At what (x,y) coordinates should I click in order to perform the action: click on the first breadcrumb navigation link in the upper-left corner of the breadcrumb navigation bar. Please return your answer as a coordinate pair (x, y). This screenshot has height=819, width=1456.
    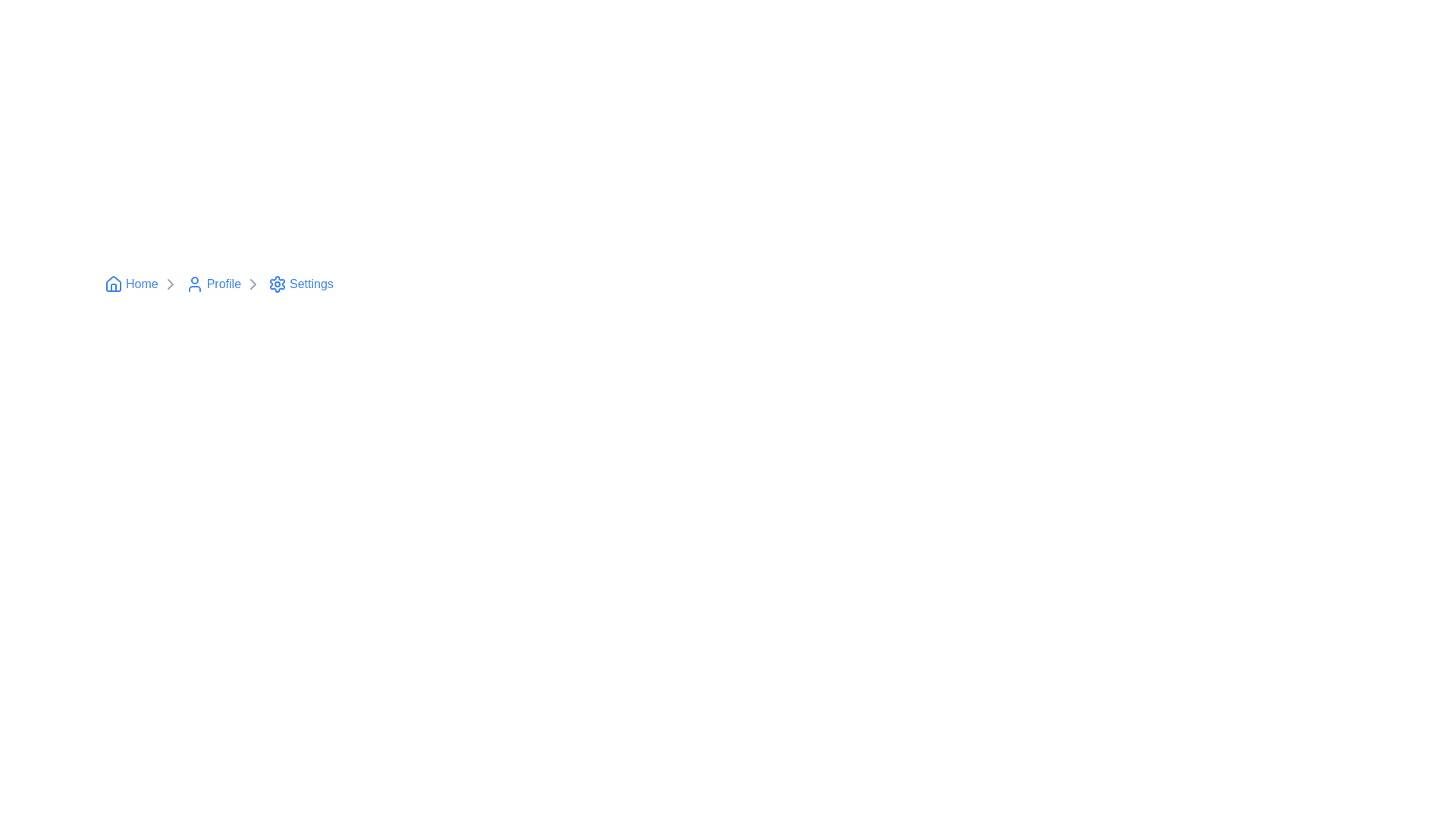
    Looking at the image, I should click on (142, 284).